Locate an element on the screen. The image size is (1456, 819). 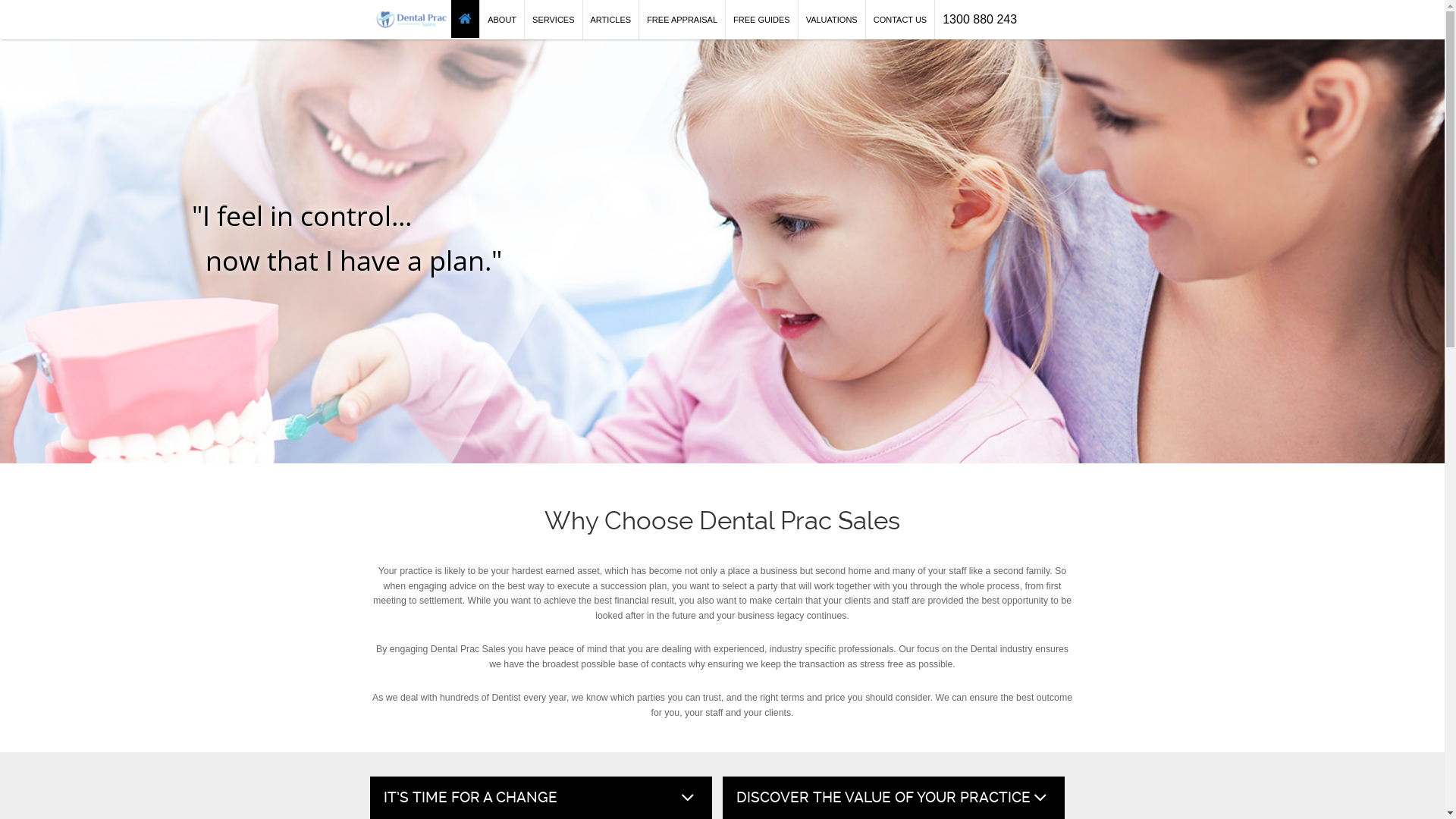
'ARTICLES' is located at coordinates (611, 20).